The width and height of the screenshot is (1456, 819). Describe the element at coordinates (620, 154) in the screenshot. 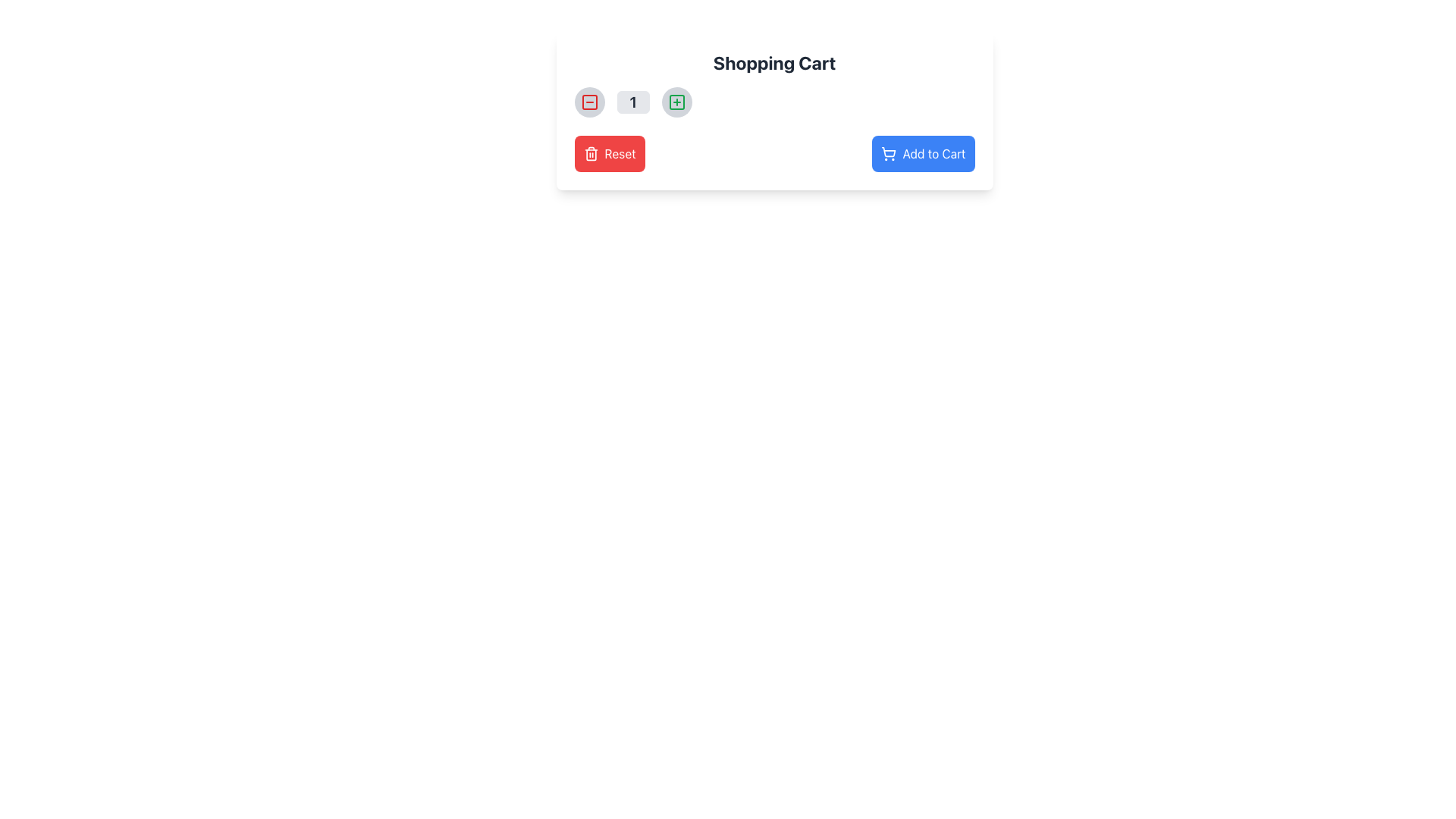

I see `the reset button located below the 'Shopping Cart' title, positioned to the right of the trash bin icon` at that location.